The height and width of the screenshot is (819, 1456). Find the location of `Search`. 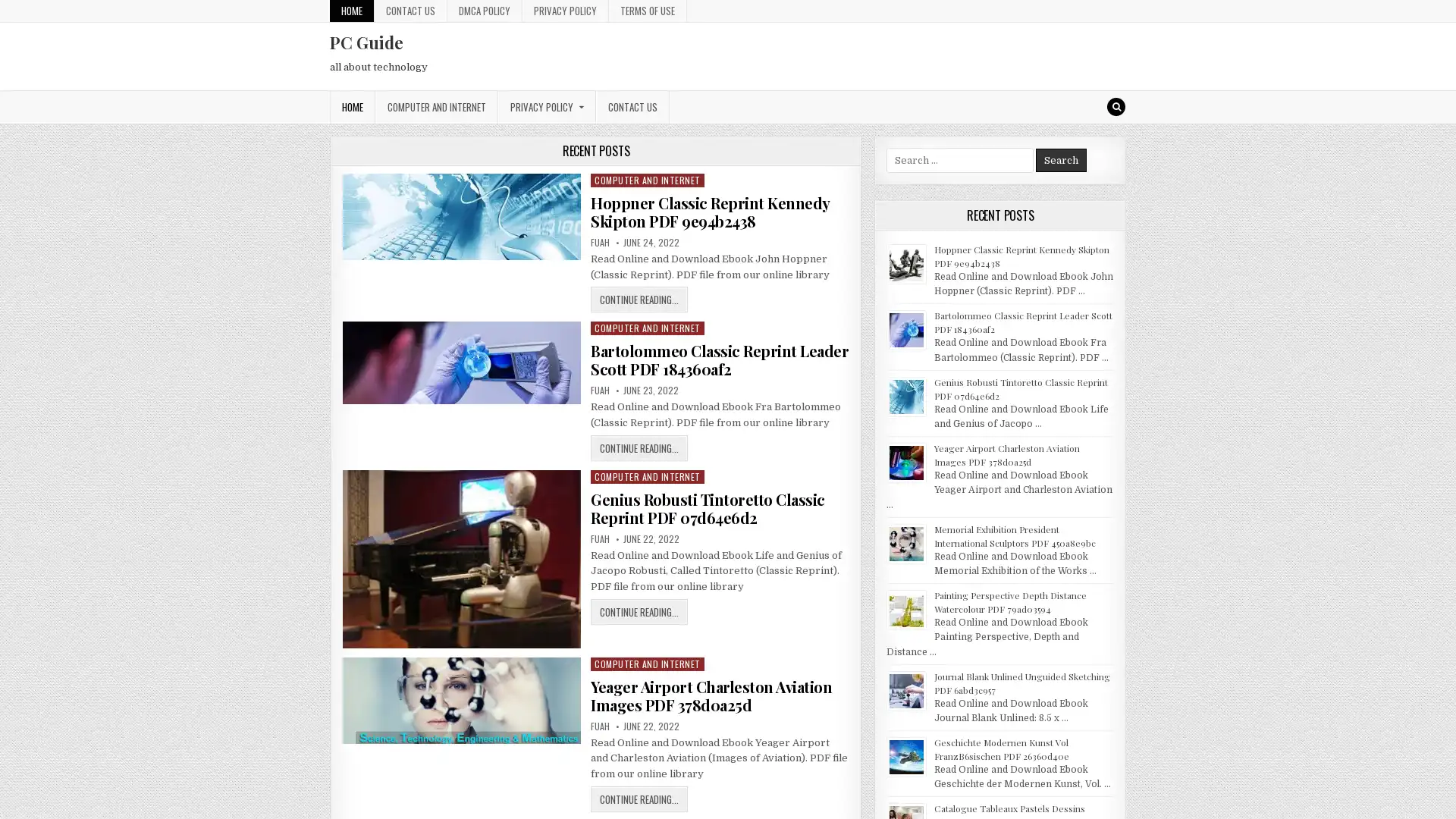

Search is located at coordinates (1060, 160).